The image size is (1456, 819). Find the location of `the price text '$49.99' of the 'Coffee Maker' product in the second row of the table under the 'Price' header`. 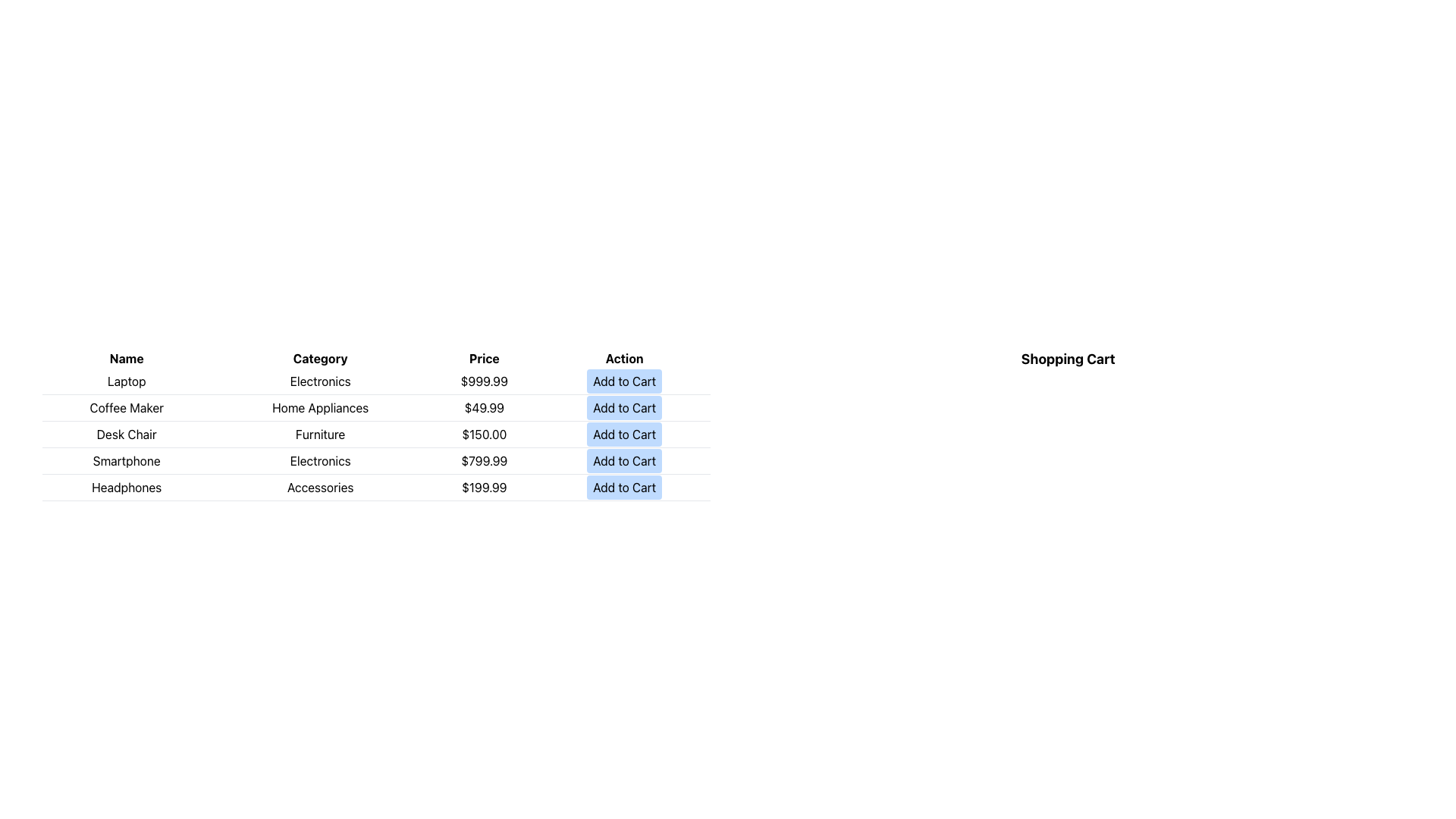

the price text '$49.99' of the 'Coffee Maker' product in the second row of the table under the 'Price' header is located at coordinates (483, 406).